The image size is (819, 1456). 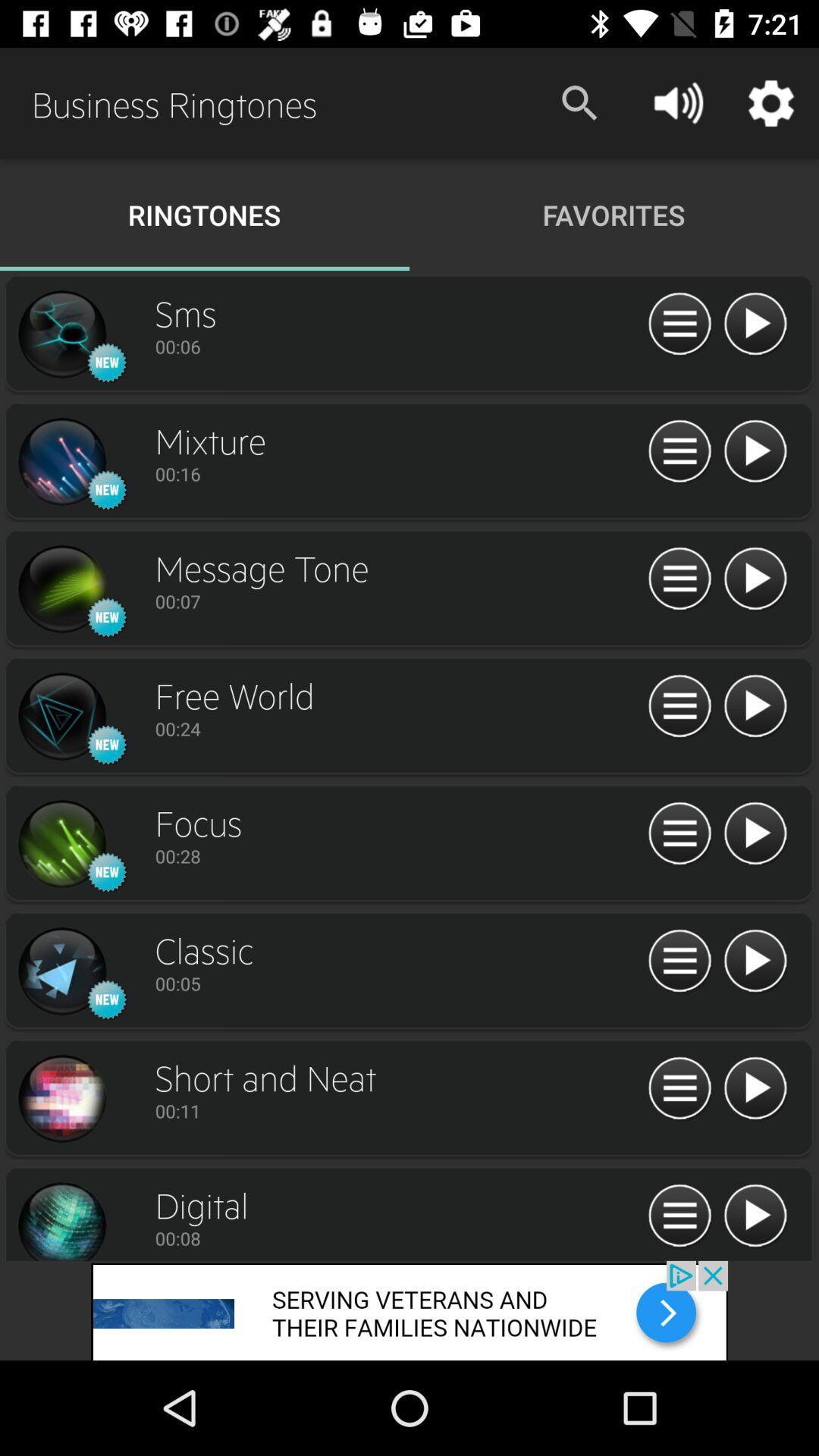 I want to click on click the icon for short and neat, so click(x=61, y=1099).